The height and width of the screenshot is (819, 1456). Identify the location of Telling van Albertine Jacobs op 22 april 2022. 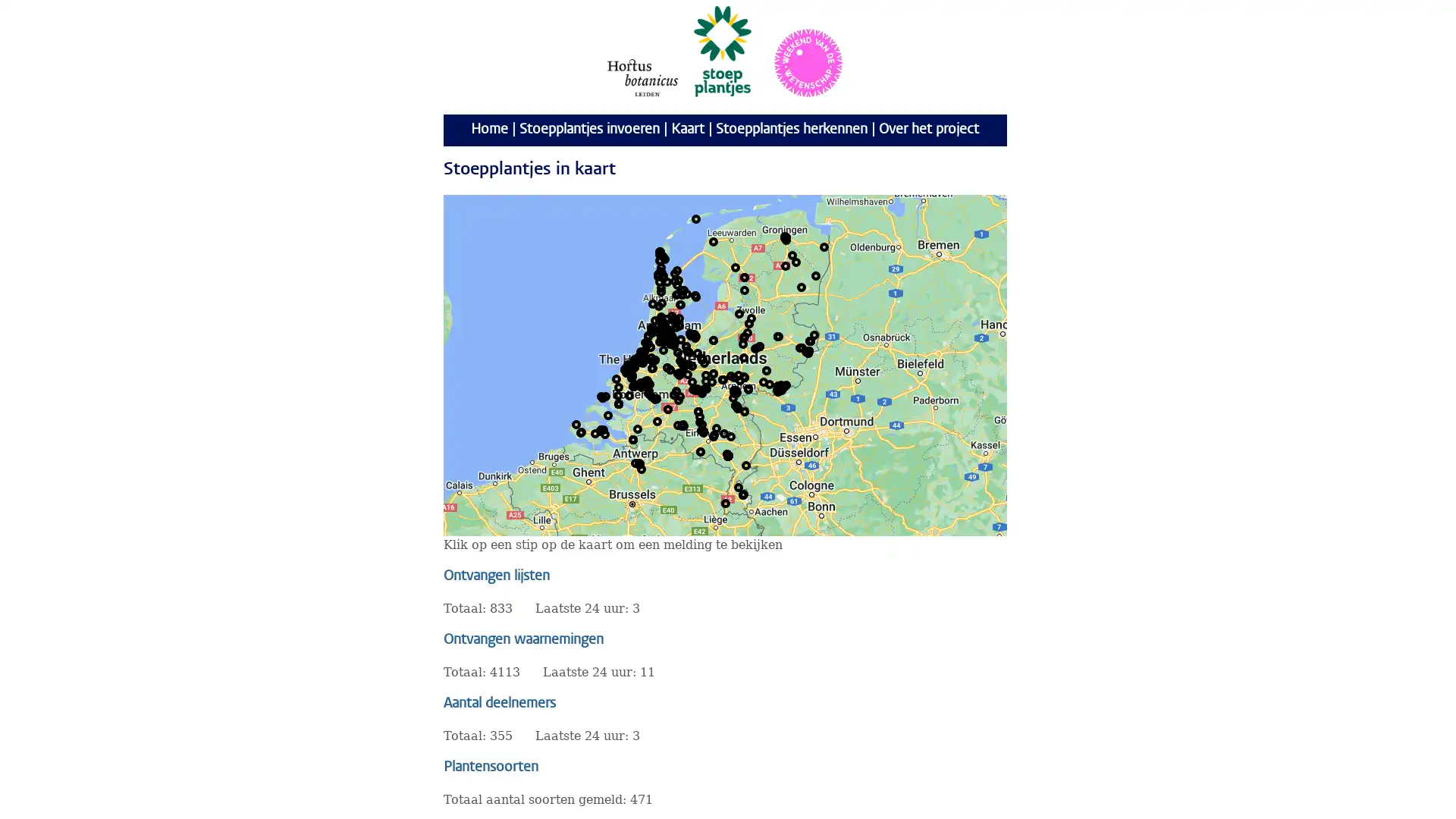
(695, 388).